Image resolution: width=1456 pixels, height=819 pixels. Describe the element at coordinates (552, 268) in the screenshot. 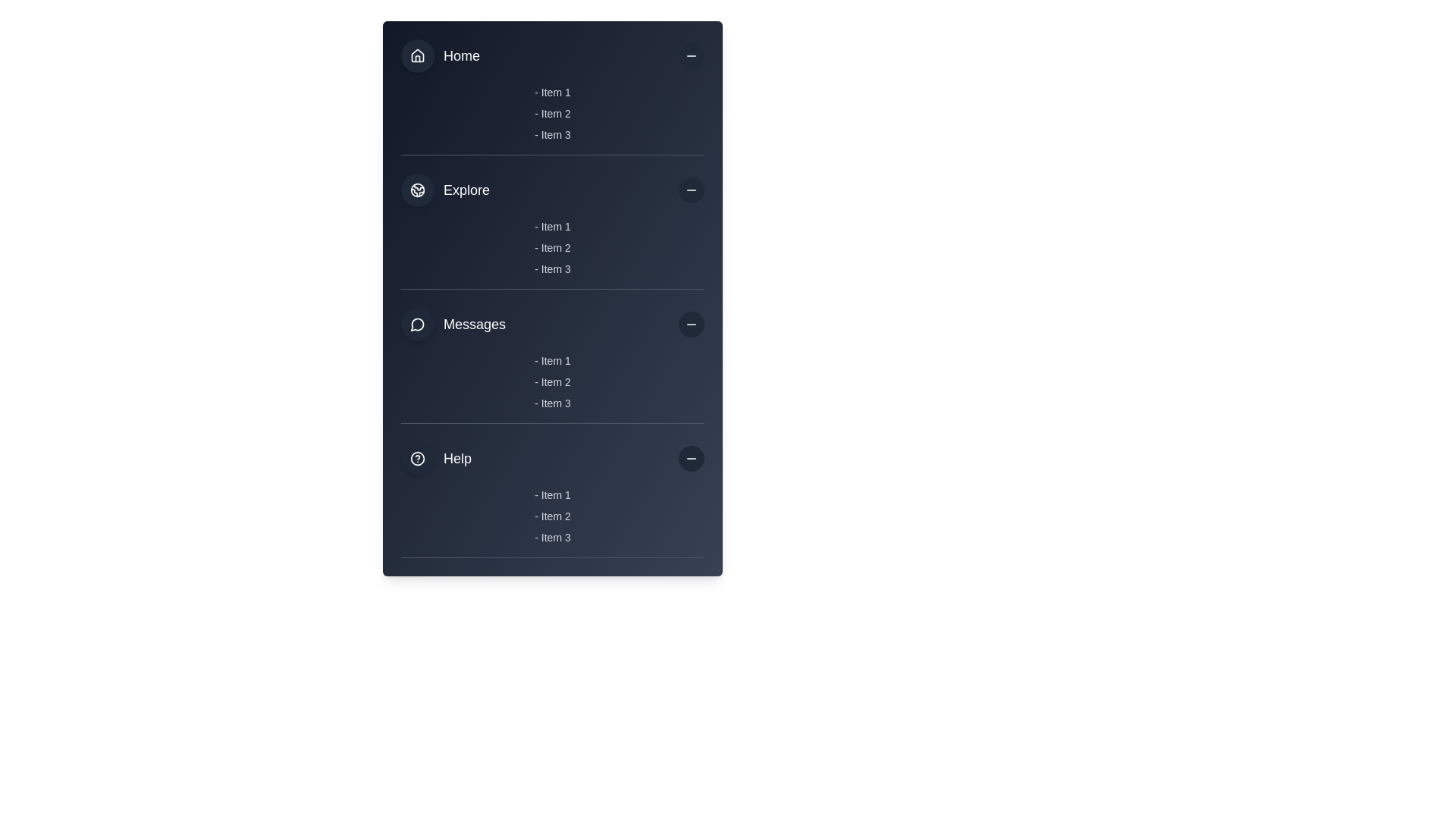

I see `the static text label displaying '- Item 3' which is part of the submenu under the 'Explore' section` at that location.